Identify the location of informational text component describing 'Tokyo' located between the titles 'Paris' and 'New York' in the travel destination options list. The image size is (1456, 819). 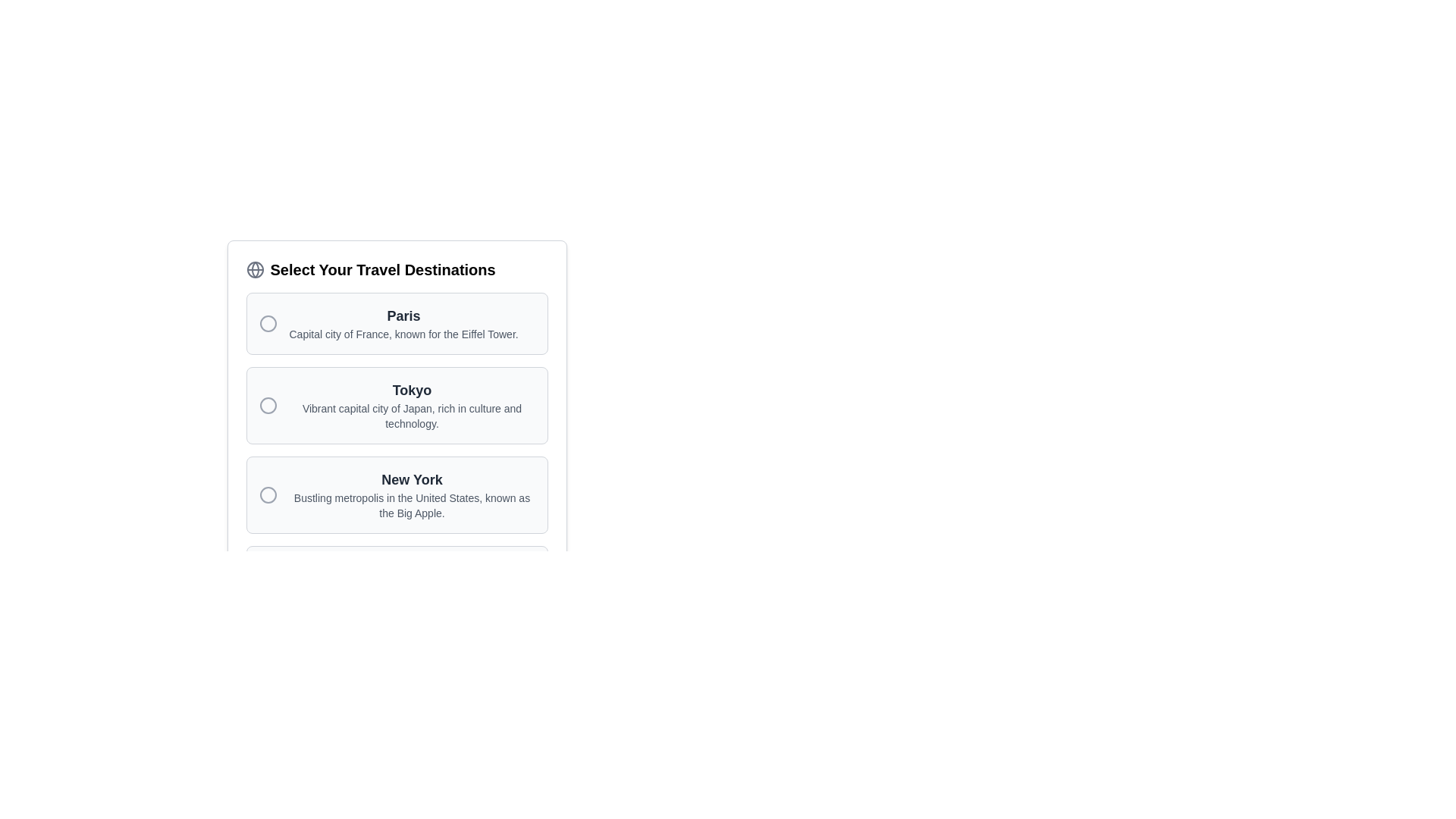
(412, 405).